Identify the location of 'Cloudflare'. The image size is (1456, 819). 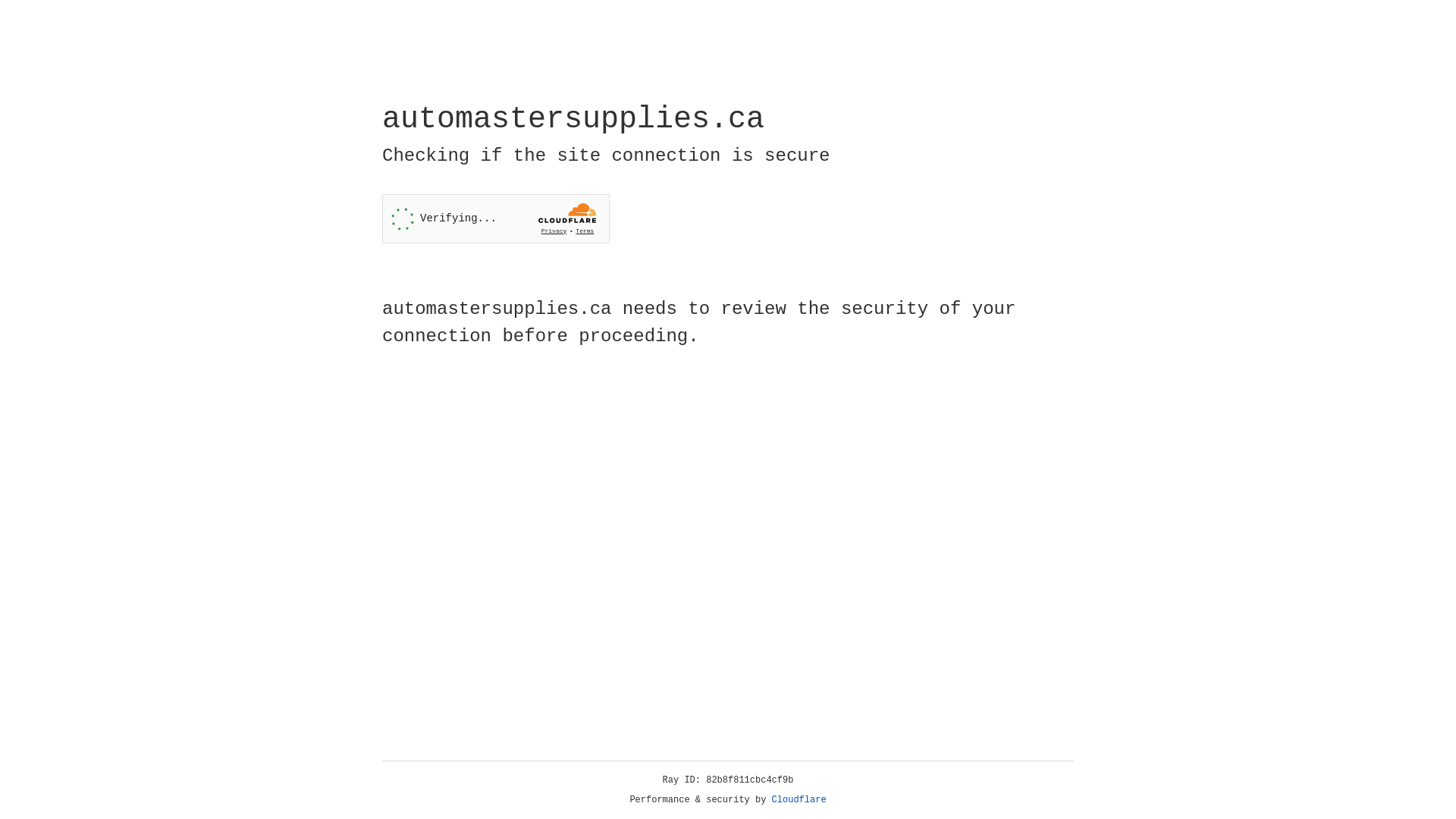
(799, 799).